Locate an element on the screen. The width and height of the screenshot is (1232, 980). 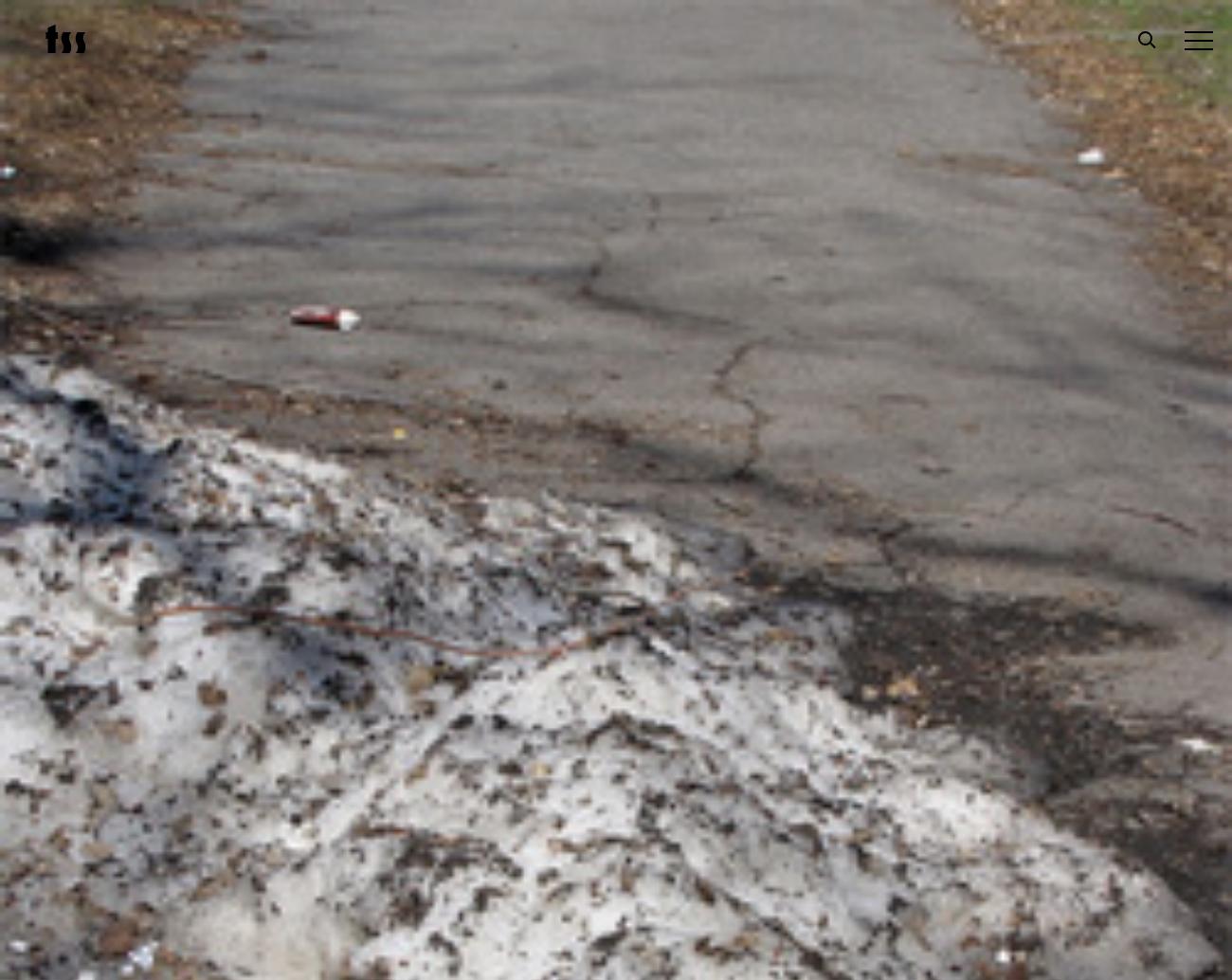
'Subscribe' is located at coordinates (523, 531).